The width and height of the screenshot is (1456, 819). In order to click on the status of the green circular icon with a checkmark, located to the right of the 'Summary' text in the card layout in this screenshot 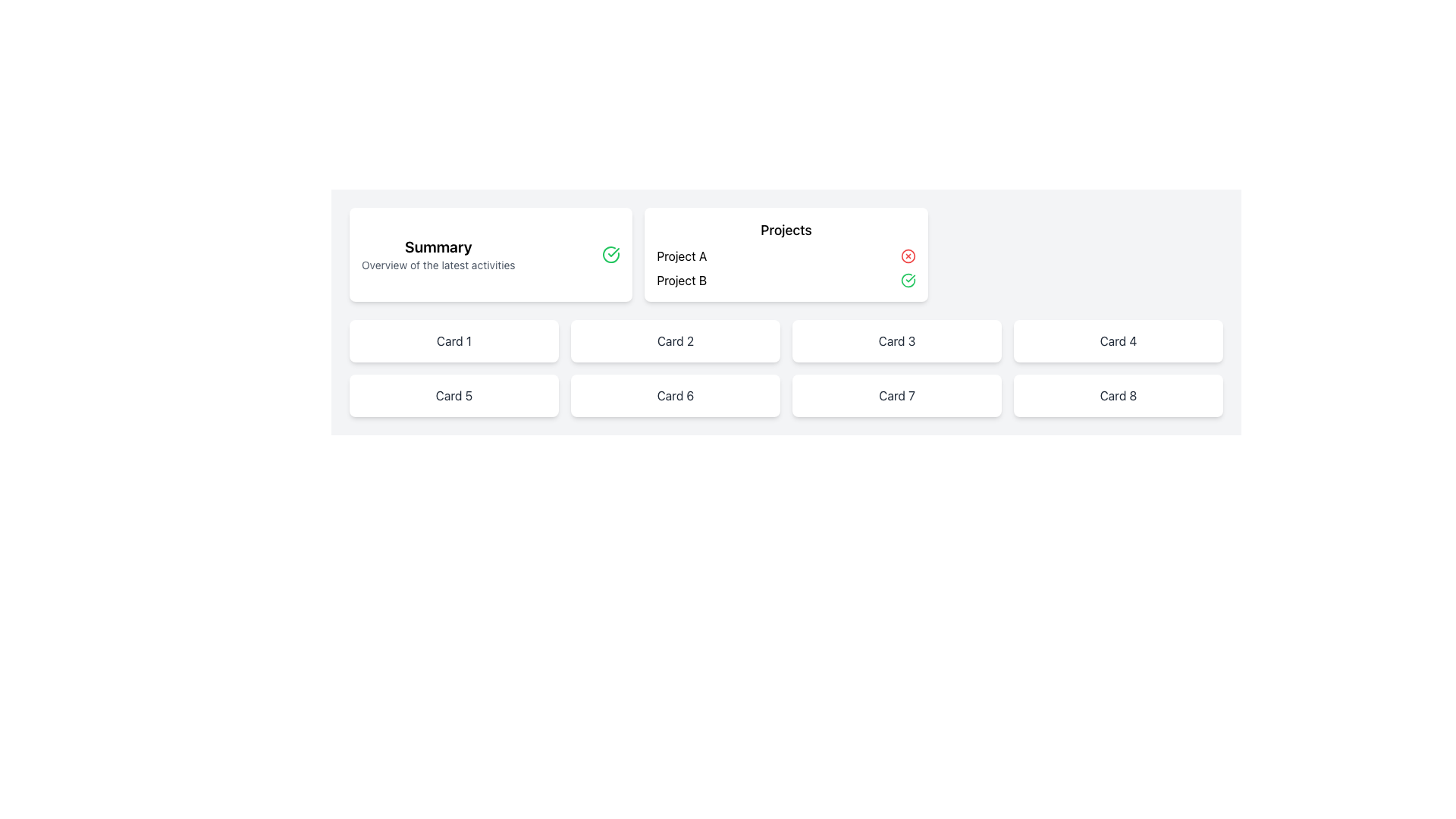, I will do `click(611, 253)`.